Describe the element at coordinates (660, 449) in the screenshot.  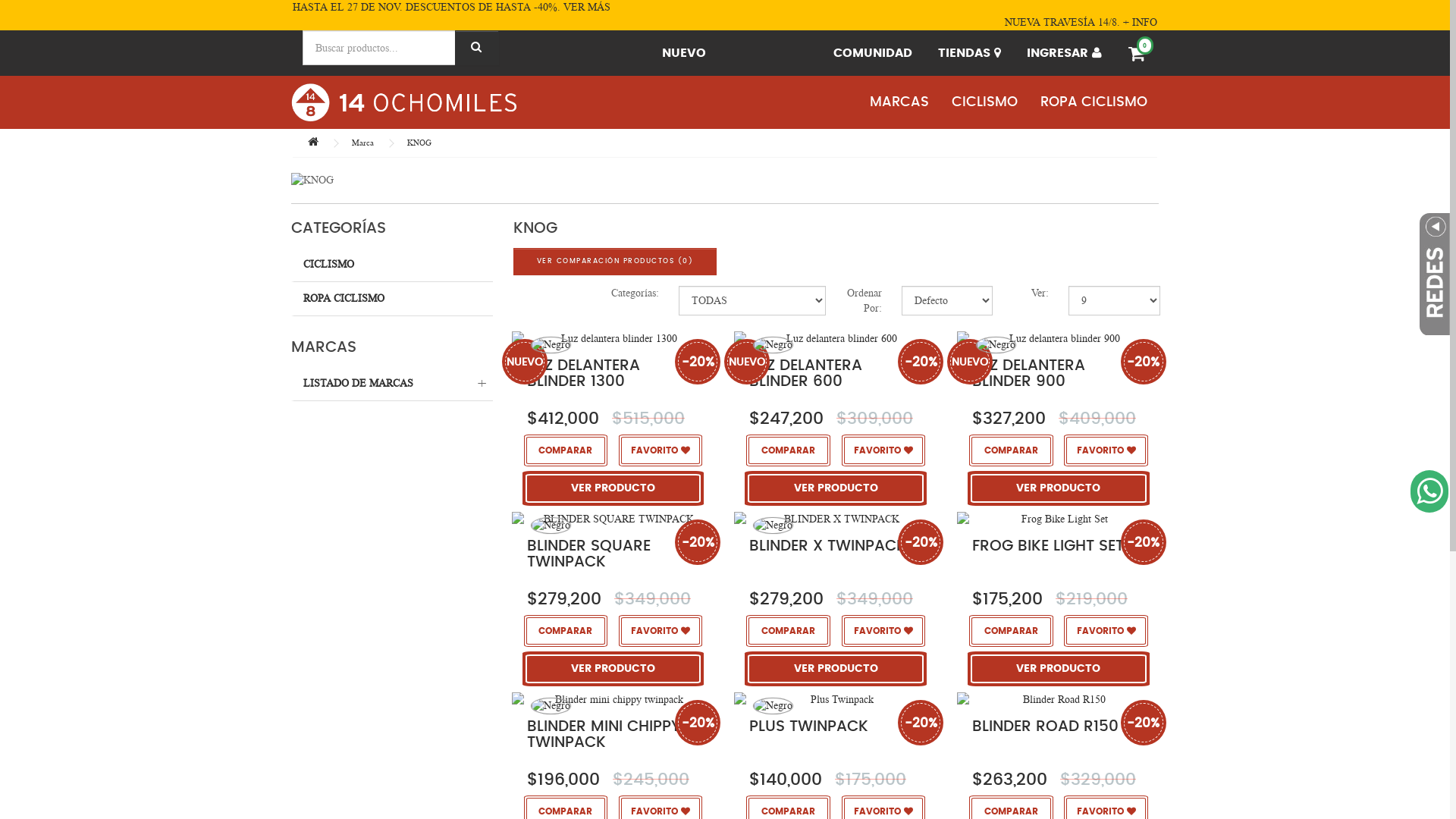
I see `'FAVORITO'` at that location.